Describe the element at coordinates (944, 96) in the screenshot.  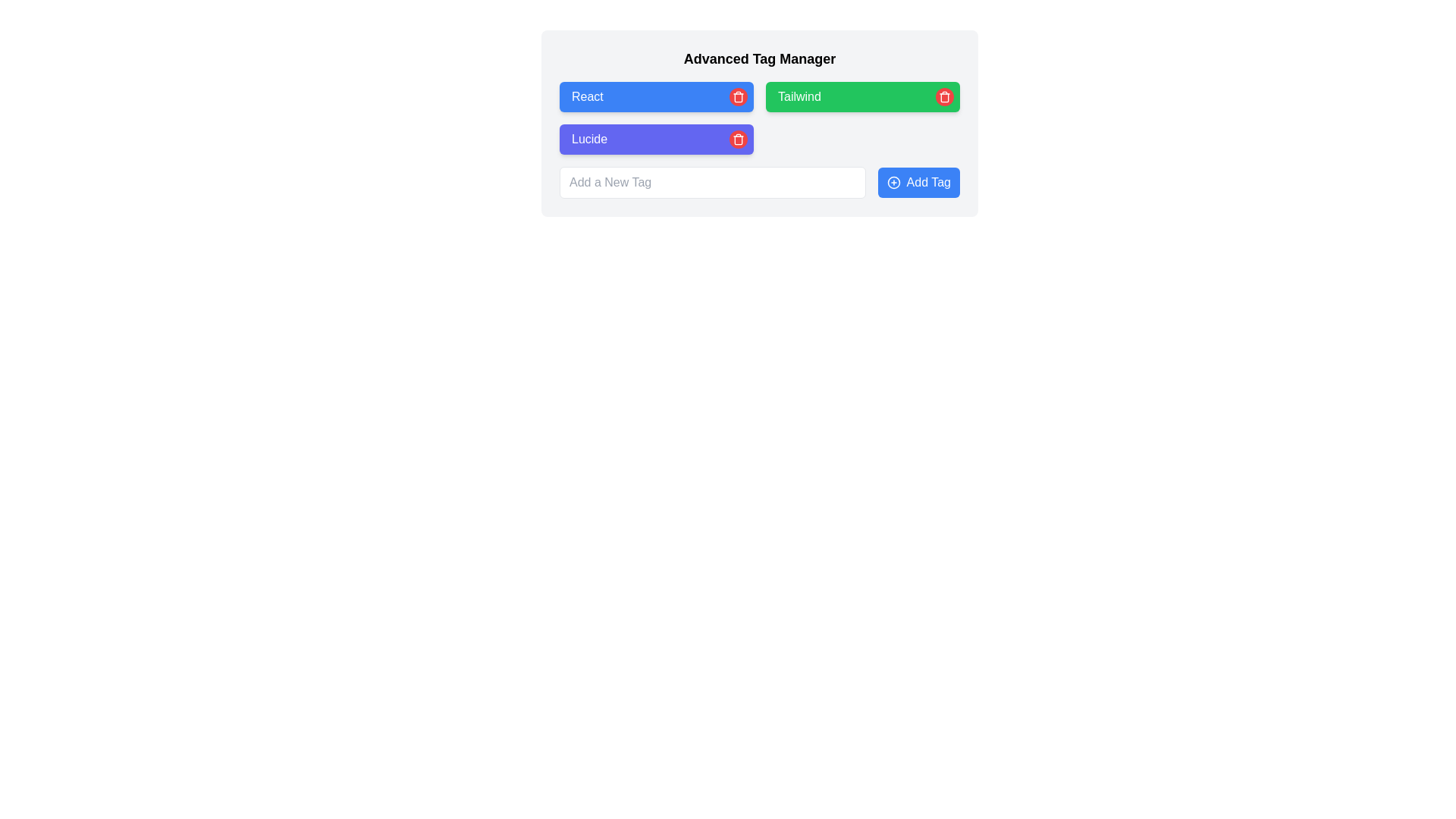
I see `the deletion button located at the far right of the green rectangular block labeled 'Tailwind'` at that location.